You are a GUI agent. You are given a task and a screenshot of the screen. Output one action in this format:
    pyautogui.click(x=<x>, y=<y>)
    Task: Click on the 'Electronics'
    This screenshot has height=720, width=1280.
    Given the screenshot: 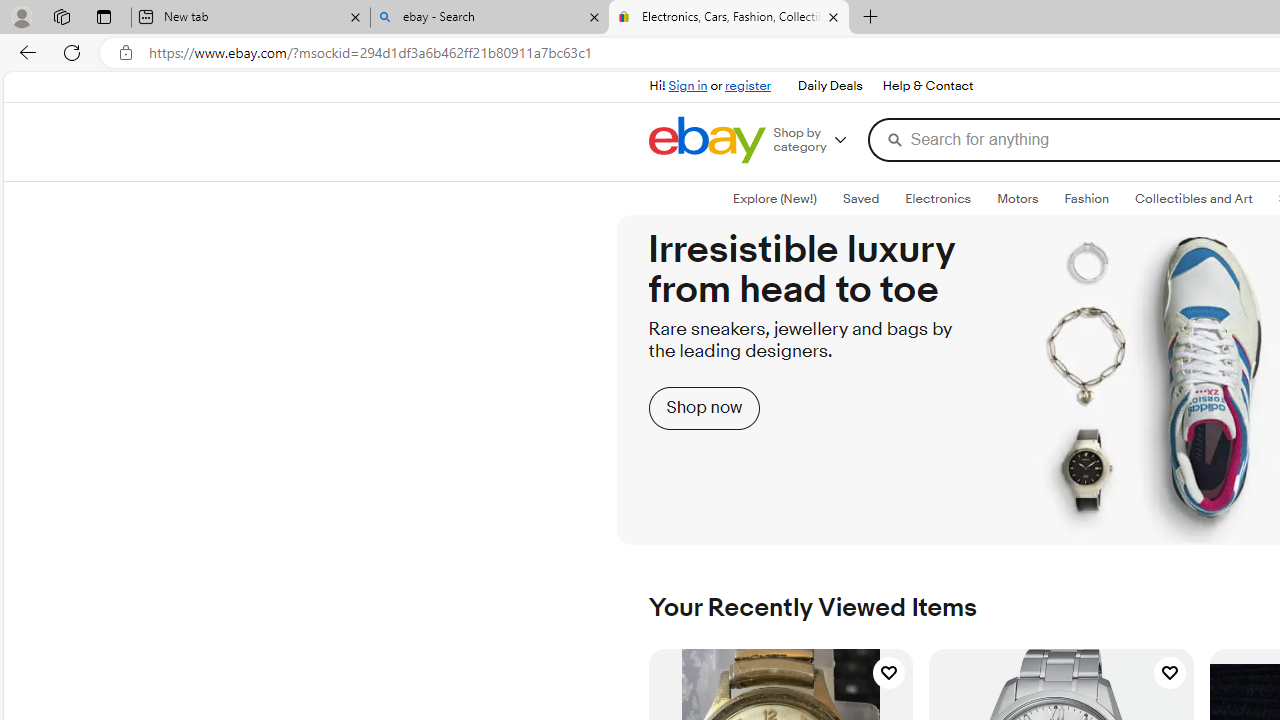 What is the action you would take?
    pyautogui.click(x=937, y=199)
    